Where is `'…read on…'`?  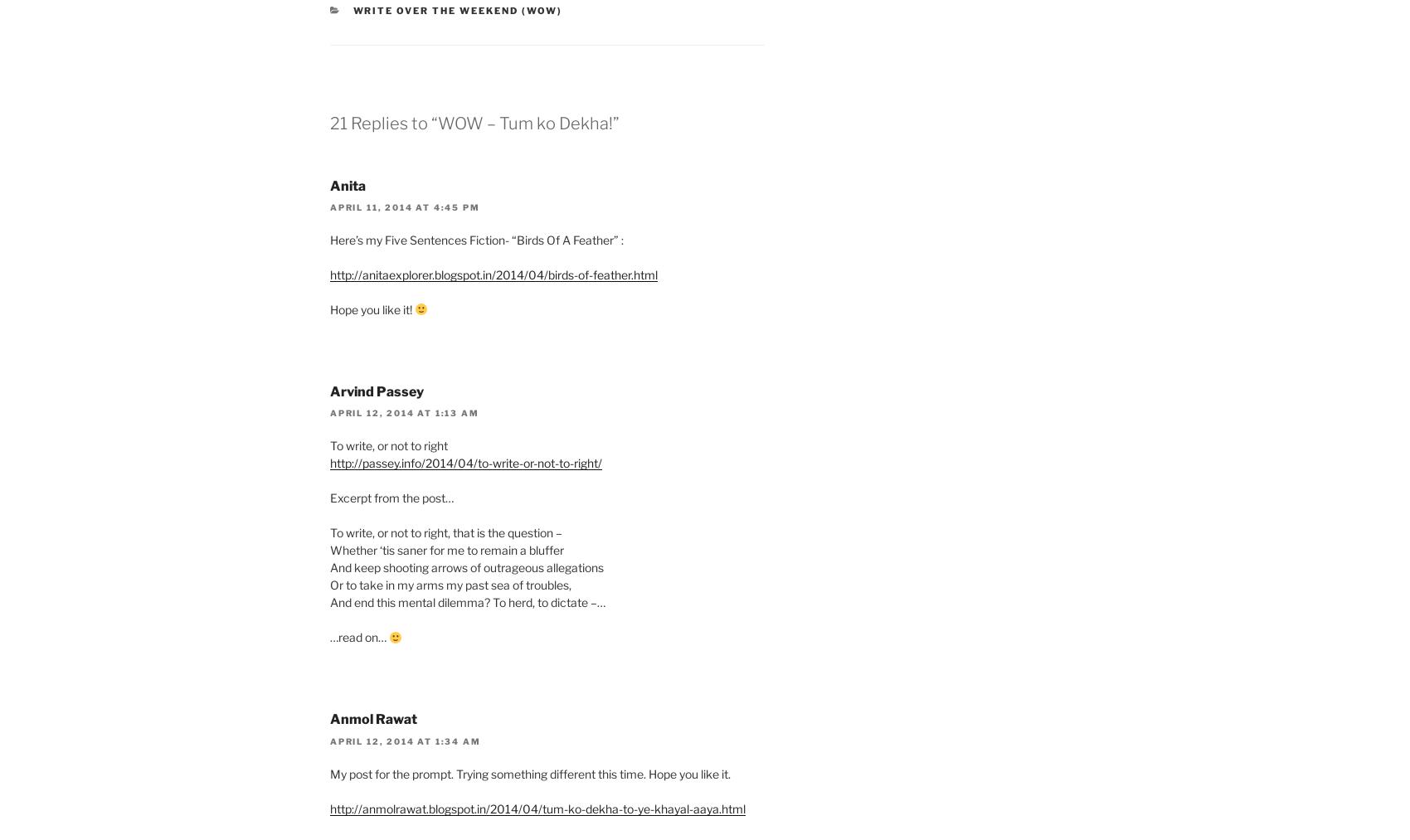
'…read on…' is located at coordinates (328, 637).